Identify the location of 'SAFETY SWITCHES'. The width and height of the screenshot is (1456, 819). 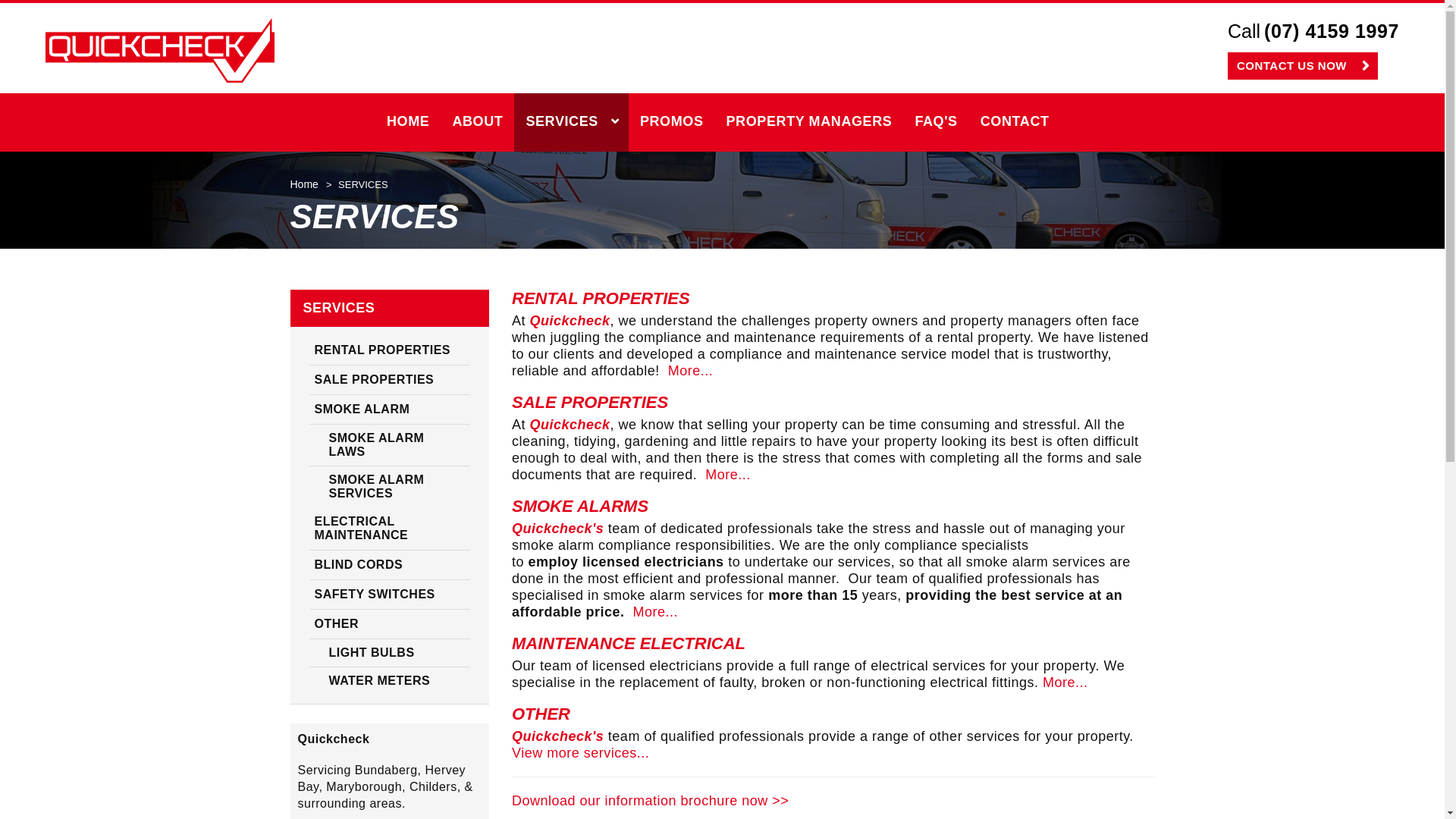
(390, 594).